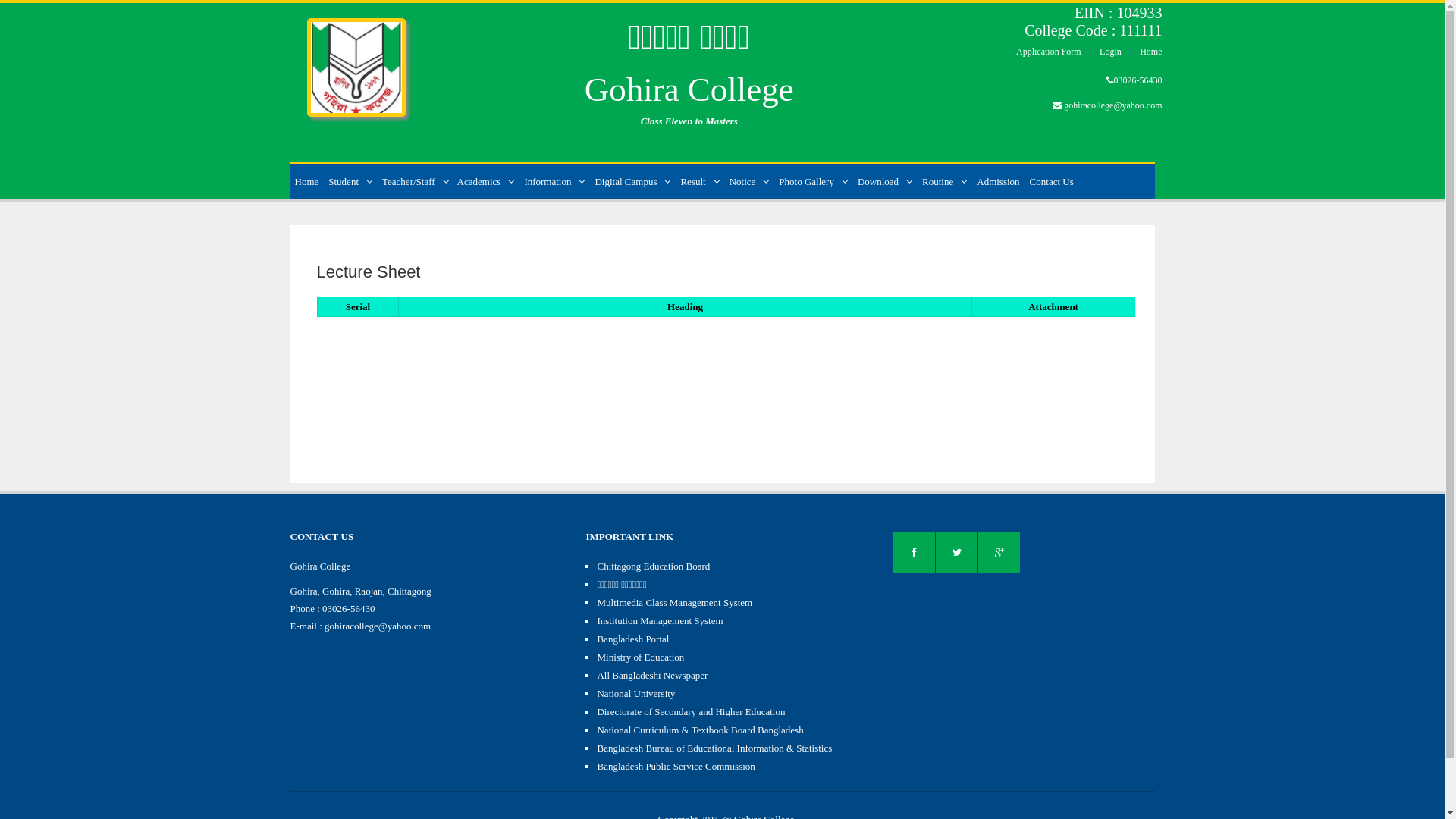 This screenshot has height=819, width=1456. Describe the element at coordinates (1062, 104) in the screenshot. I see `'gohiracollege@yahoo.com'` at that location.